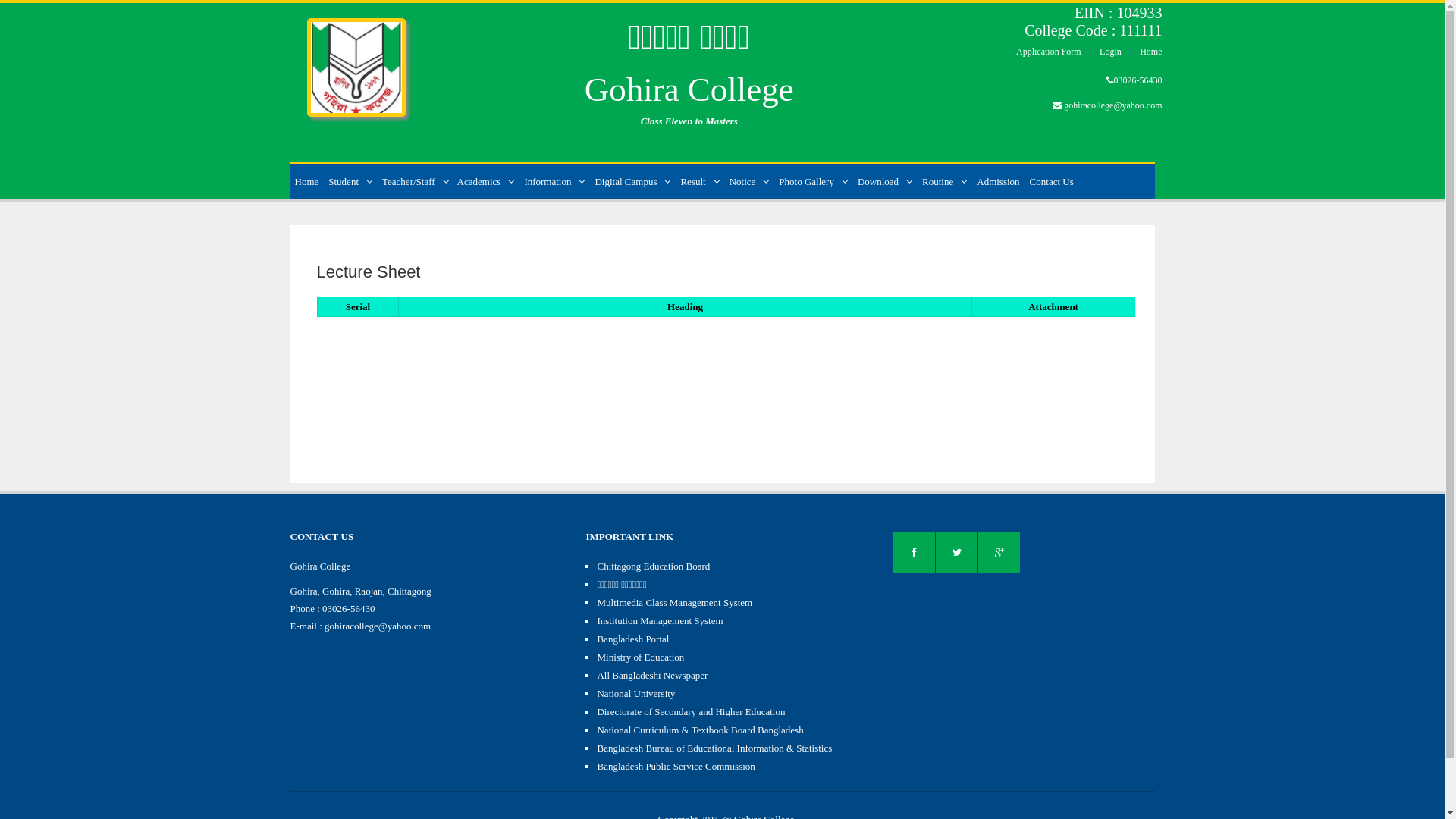 This screenshot has height=819, width=1456. Describe the element at coordinates (1062, 104) in the screenshot. I see `'gohiracollege@yahoo.com'` at that location.